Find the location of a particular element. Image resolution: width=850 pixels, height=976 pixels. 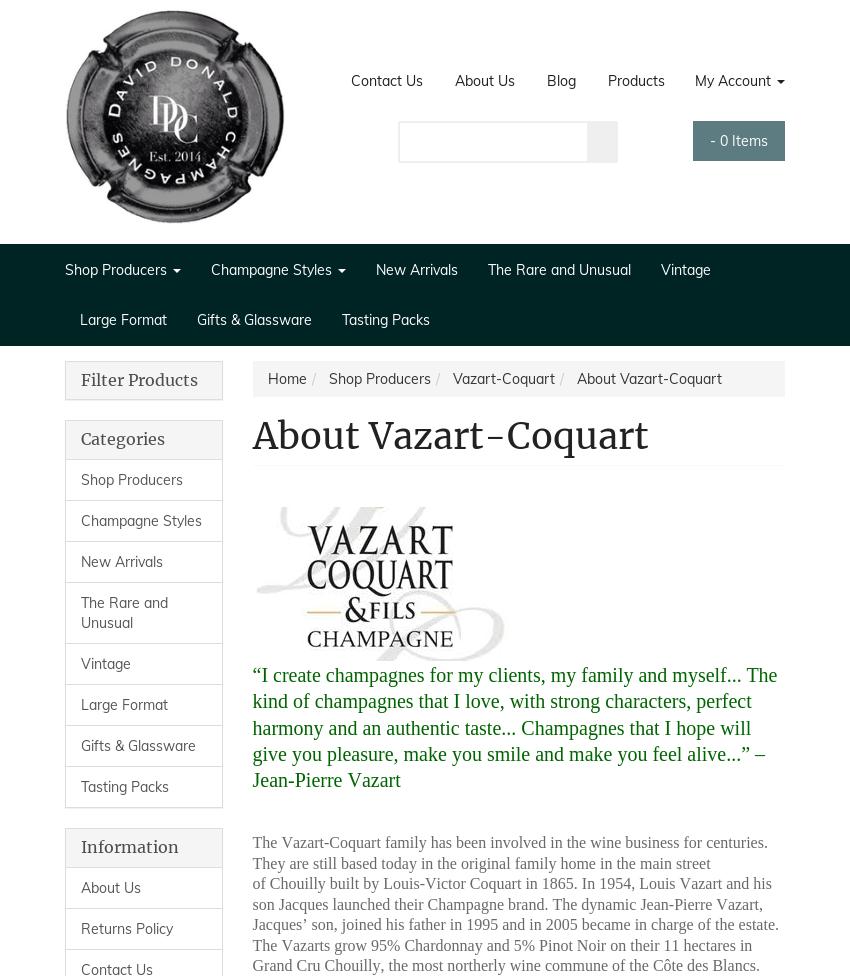

'Returns Policy' is located at coordinates (125, 926).